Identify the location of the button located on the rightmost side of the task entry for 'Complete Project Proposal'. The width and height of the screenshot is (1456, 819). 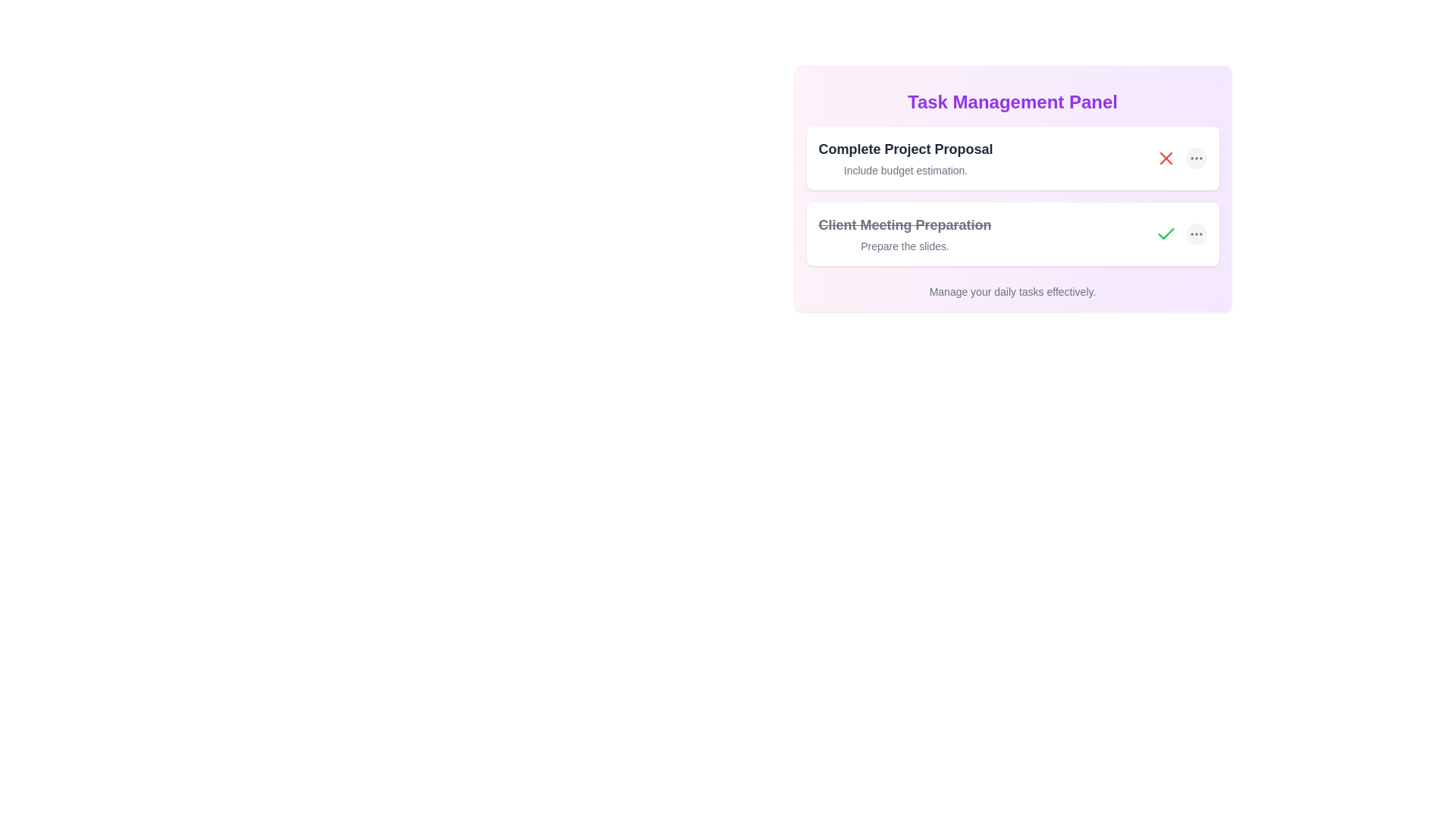
(1195, 158).